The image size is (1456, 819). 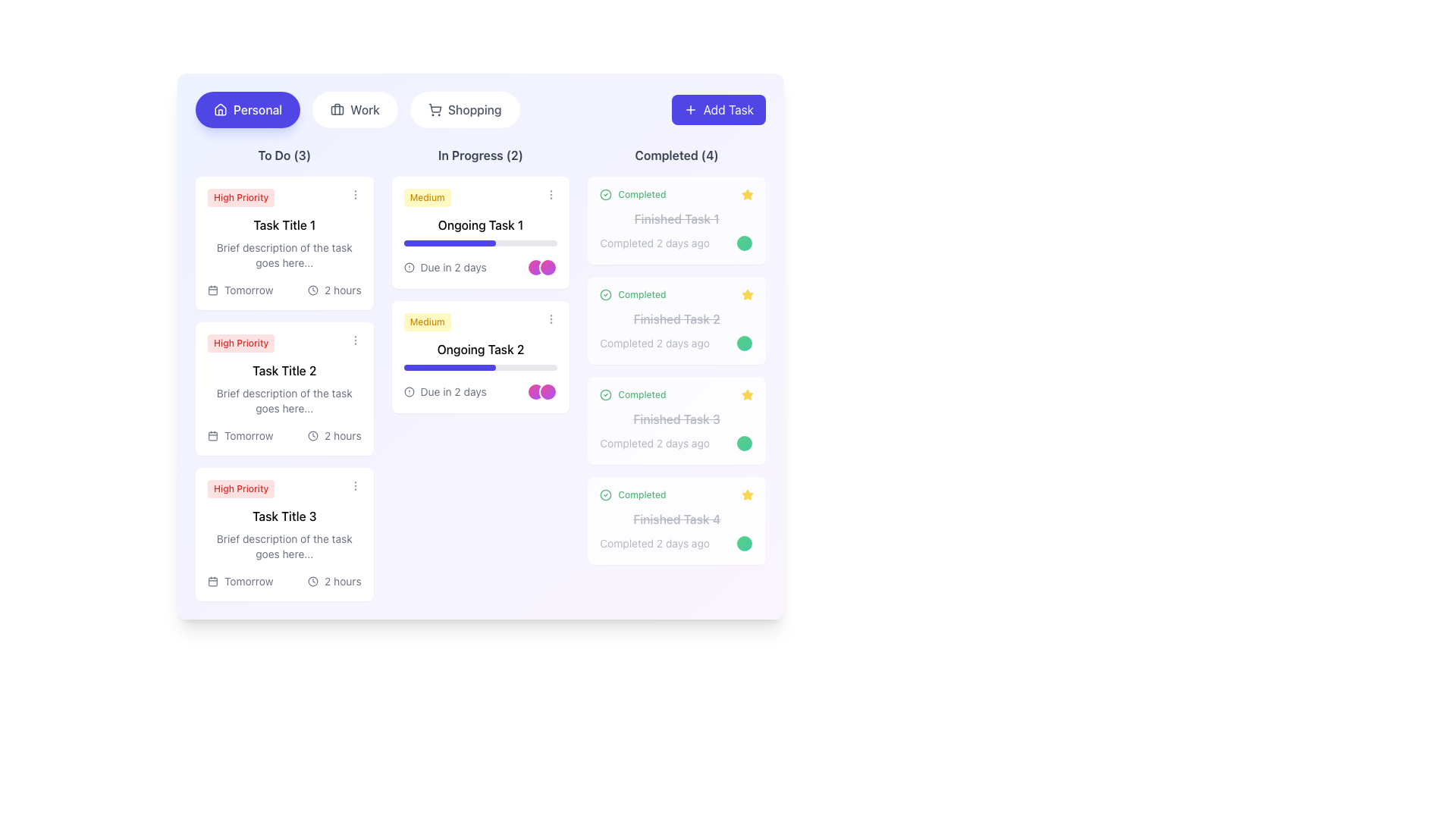 What do you see at coordinates (605, 494) in the screenshot?
I see `the status indicated by the completion icon located in the 'Completed' column next to 'Completed Finished Task 1'` at bounding box center [605, 494].